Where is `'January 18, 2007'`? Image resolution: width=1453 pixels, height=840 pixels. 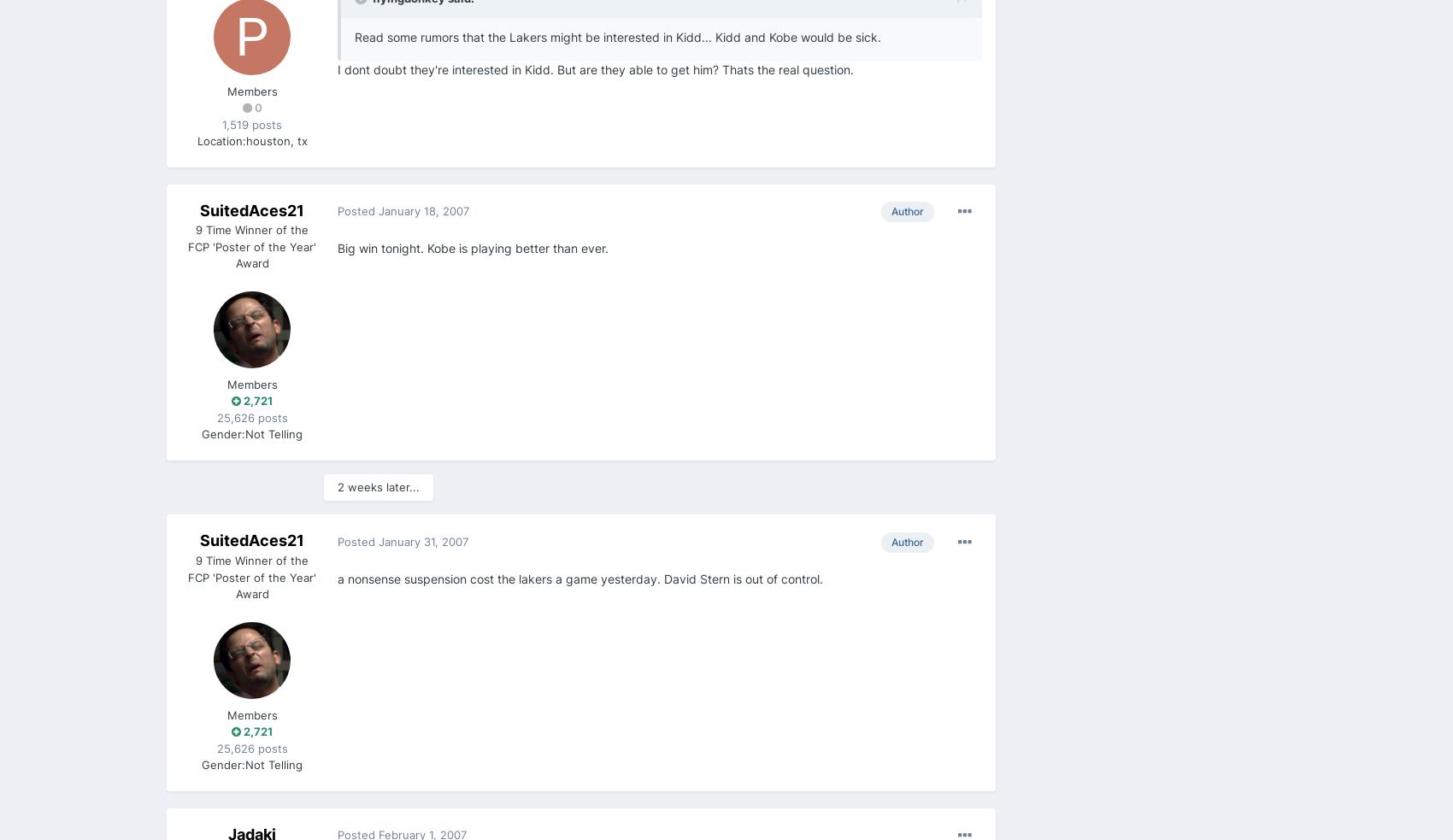
'January 18, 2007' is located at coordinates (424, 210).